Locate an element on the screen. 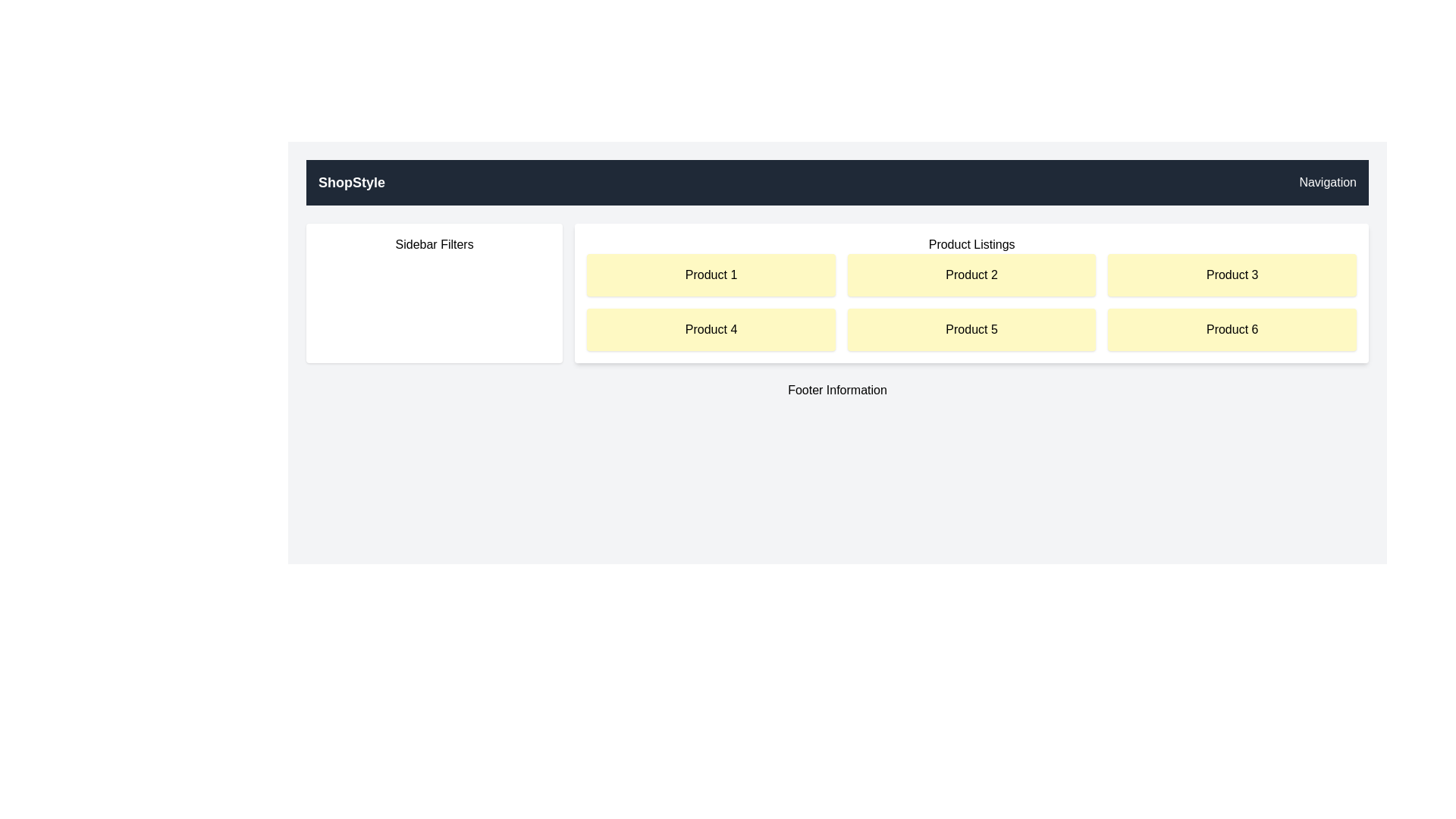 The image size is (1456, 819). the Static display box with a light yellow background containing the text 'Product 6', located in the second row, third column of the grid under 'Product Listings' is located at coordinates (1232, 329).